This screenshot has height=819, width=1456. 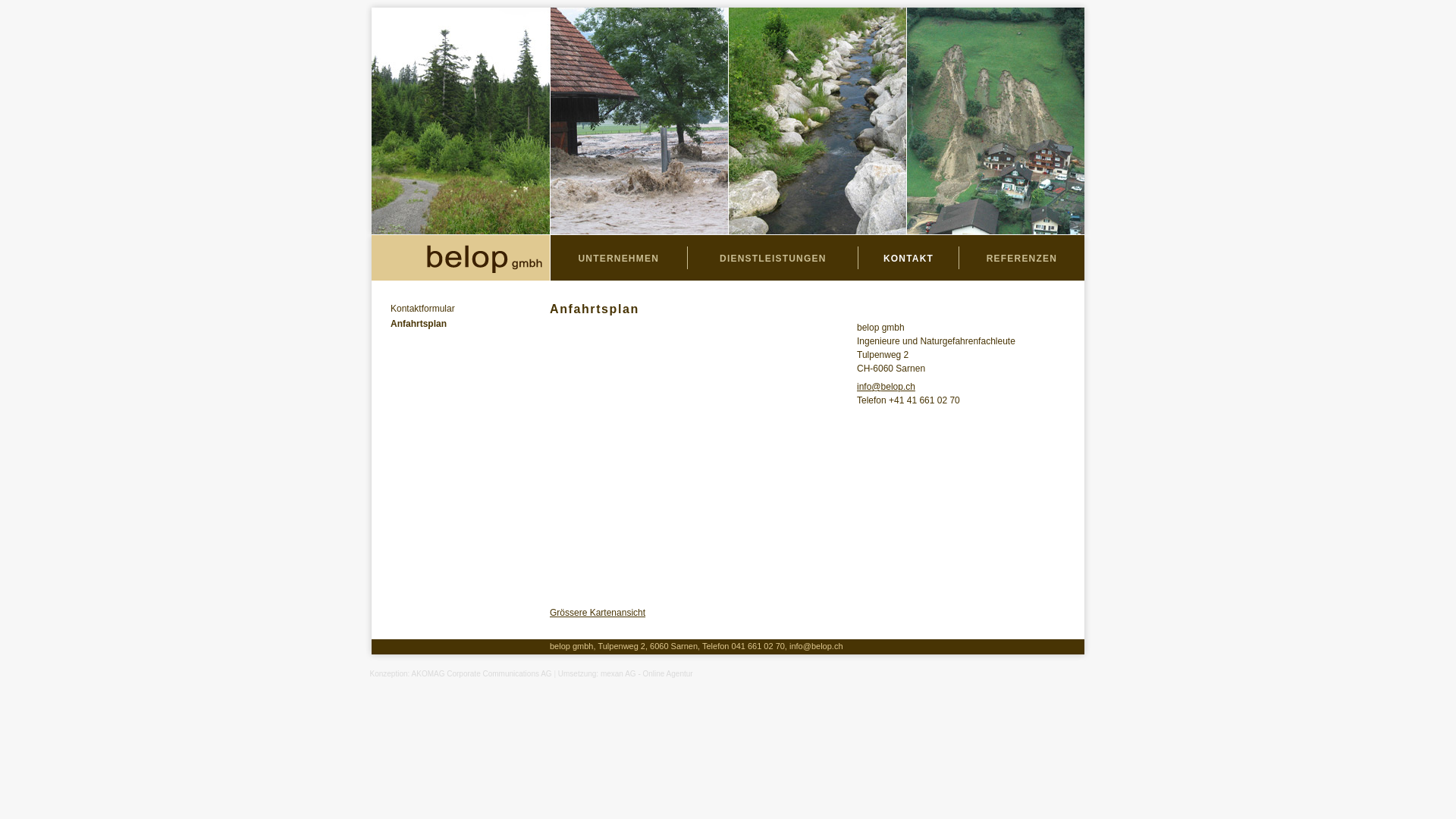 I want to click on 'Kontaktformular', so click(x=469, y=309).